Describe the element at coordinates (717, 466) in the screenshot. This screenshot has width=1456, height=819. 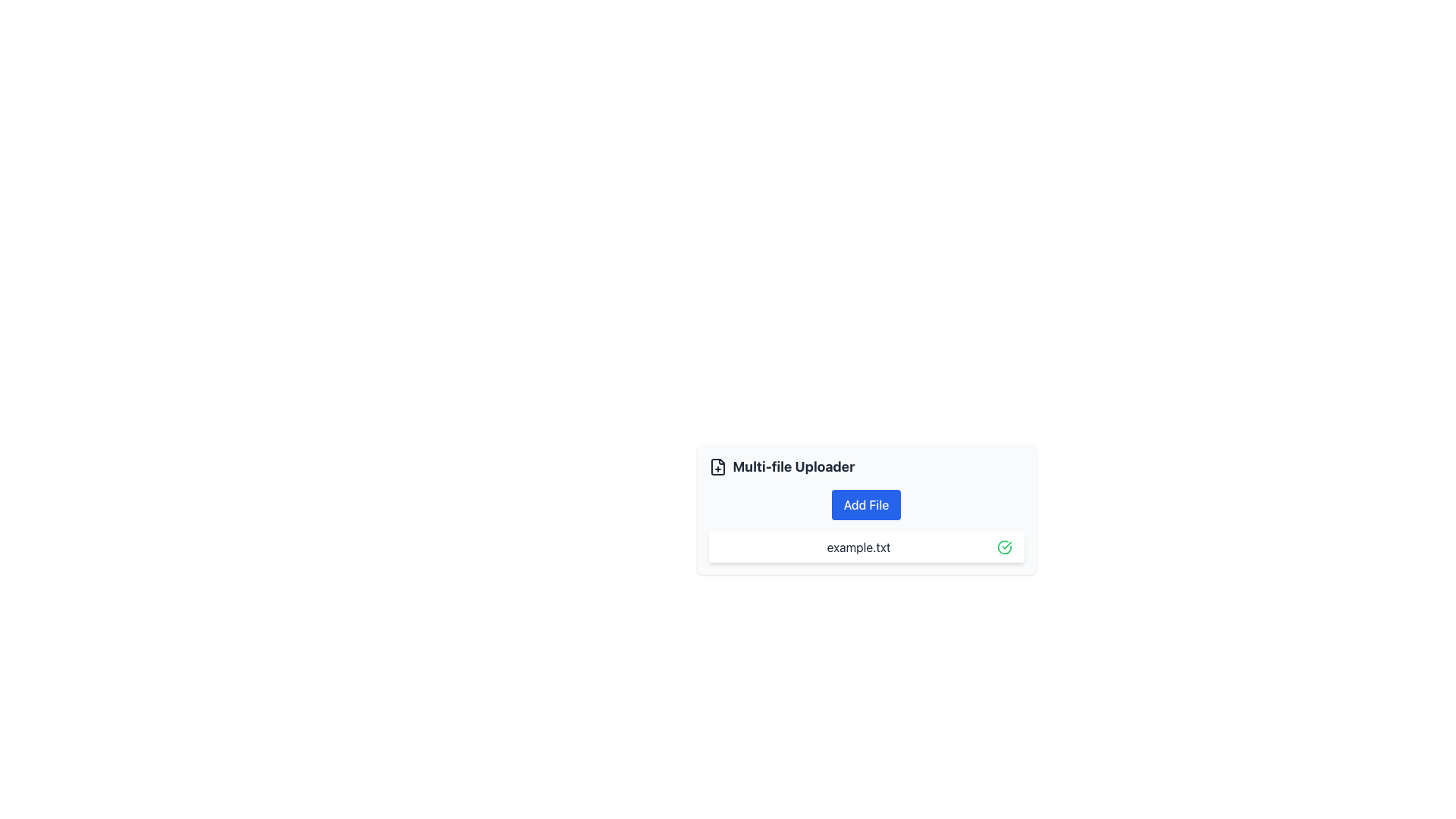
I see `the add functionality icon located to the left of the 'Multi-file Uploader' heading` at that location.